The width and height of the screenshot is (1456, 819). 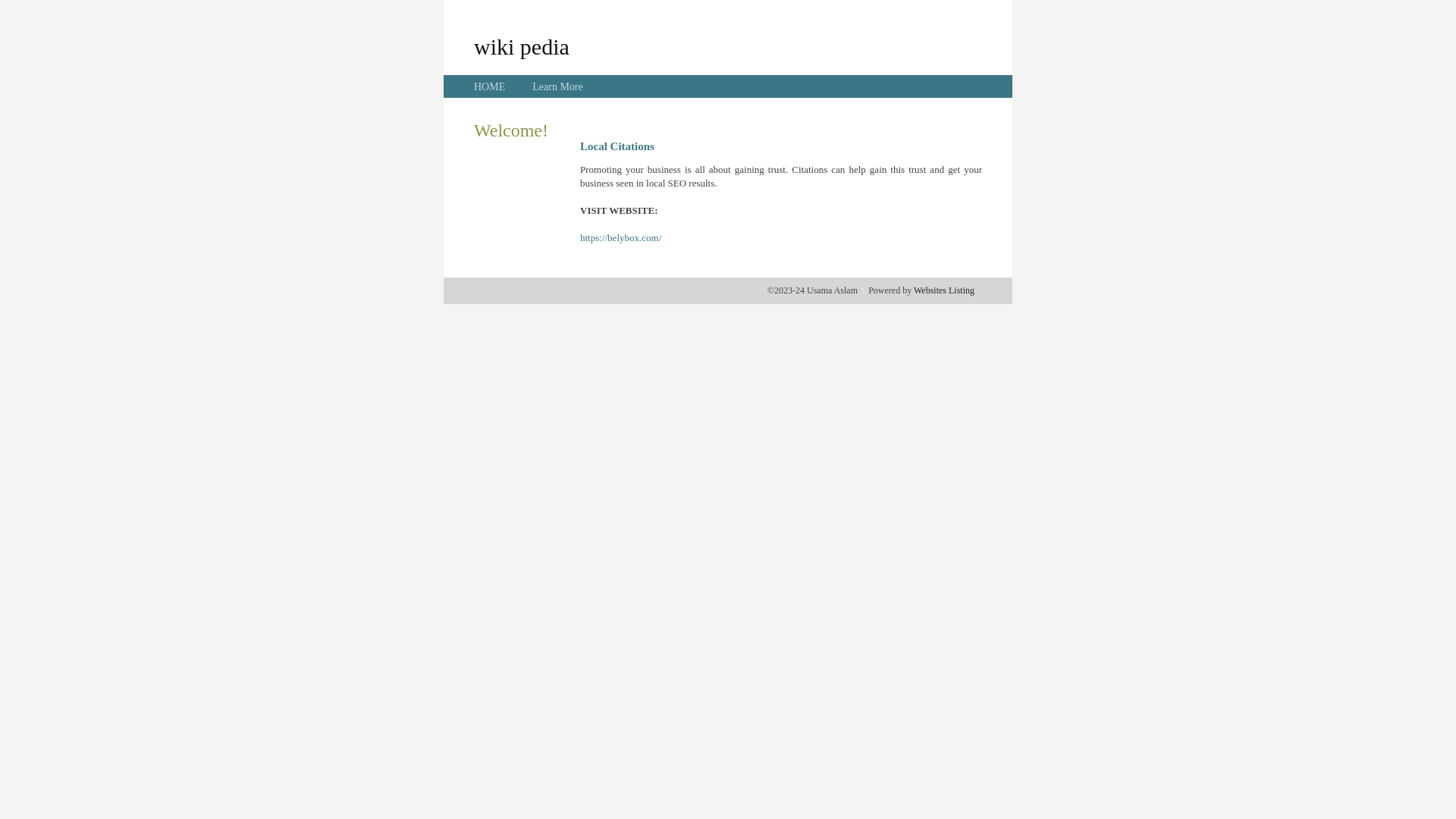 I want to click on 'Websites Listing', so click(x=943, y=290).